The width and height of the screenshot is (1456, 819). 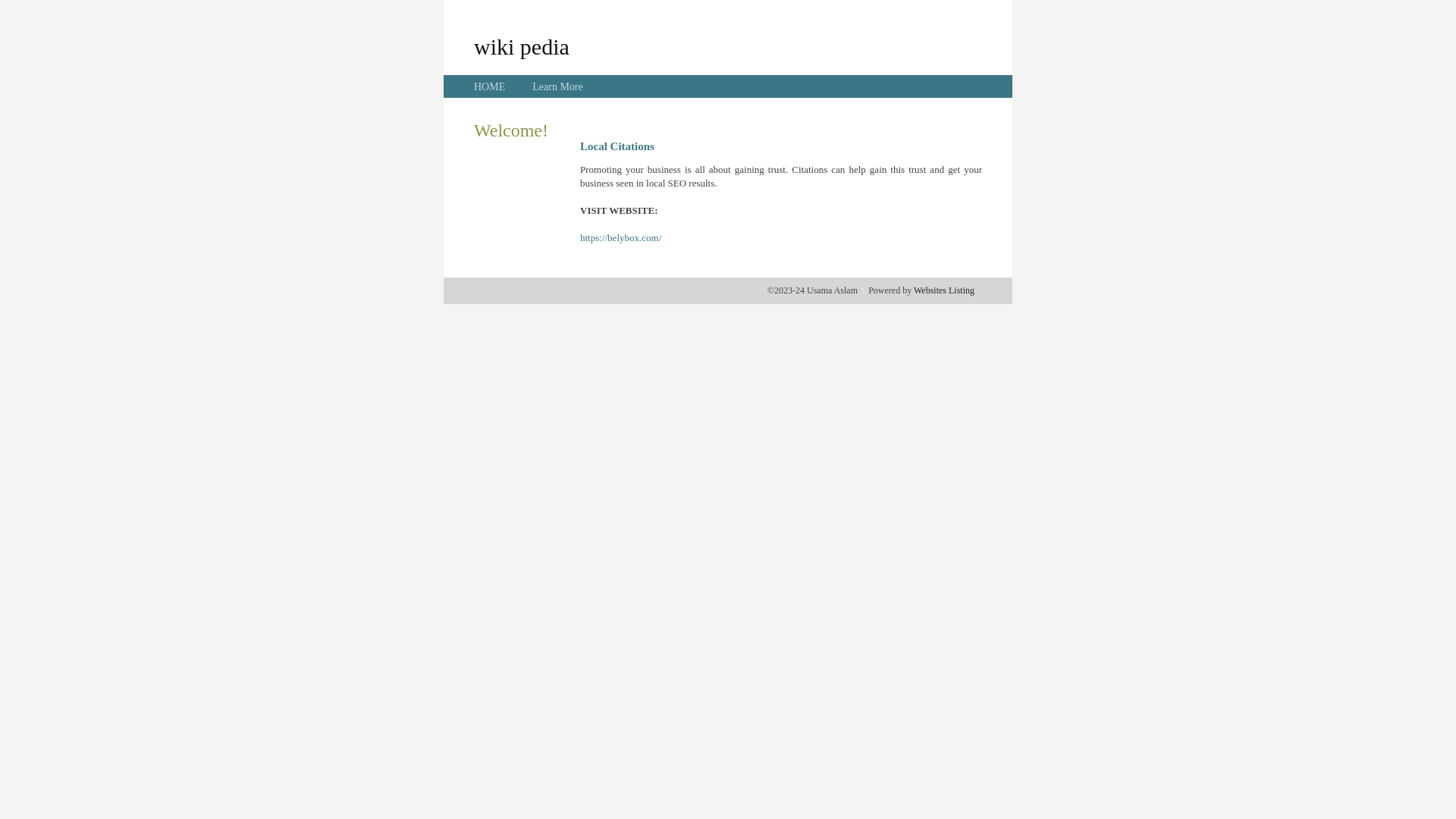 I want to click on 'Websites Listing', so click(x=943, y=290).